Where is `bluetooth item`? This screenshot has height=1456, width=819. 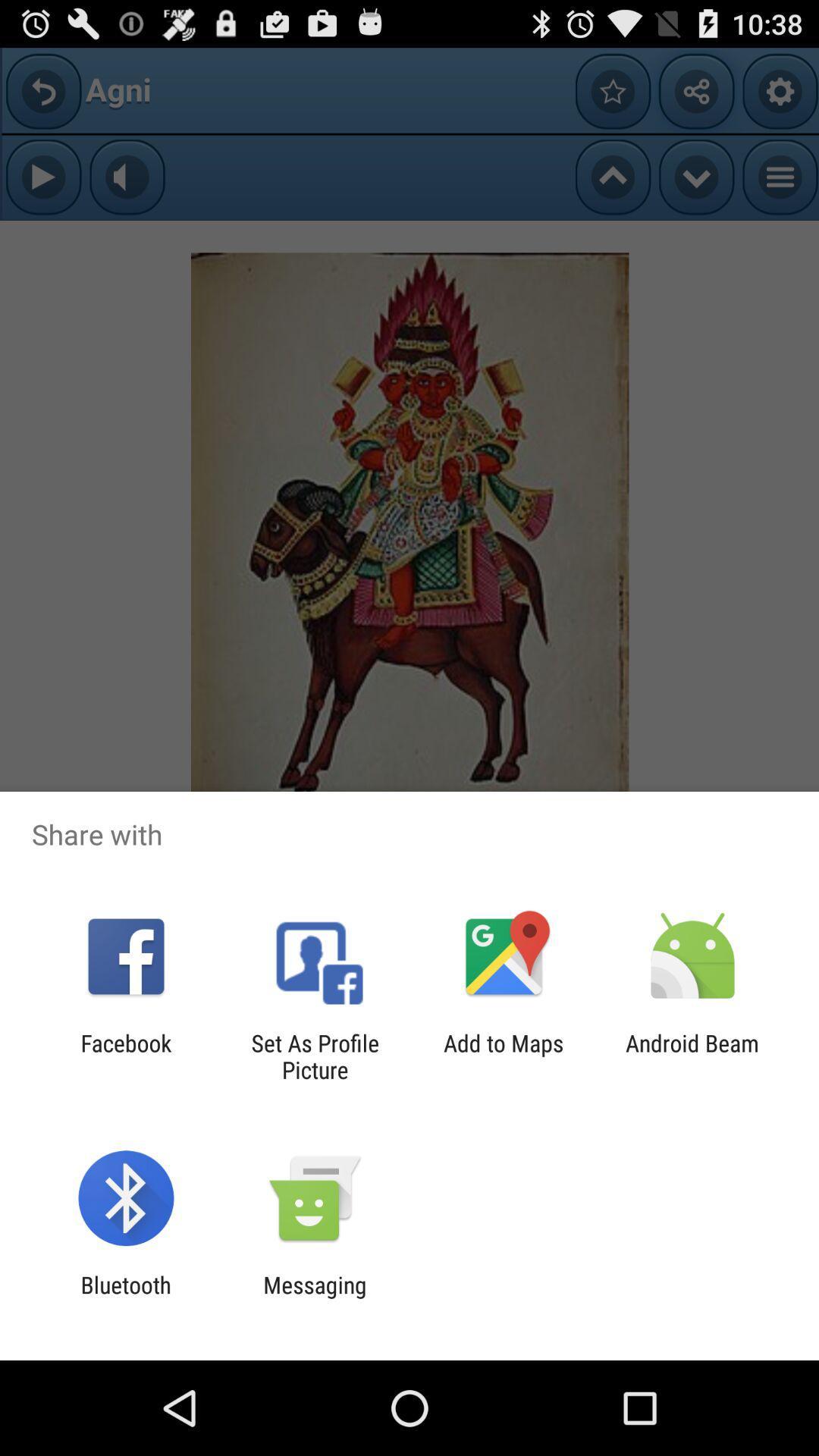
bluetooth item is located at coordinates (125, 1298).